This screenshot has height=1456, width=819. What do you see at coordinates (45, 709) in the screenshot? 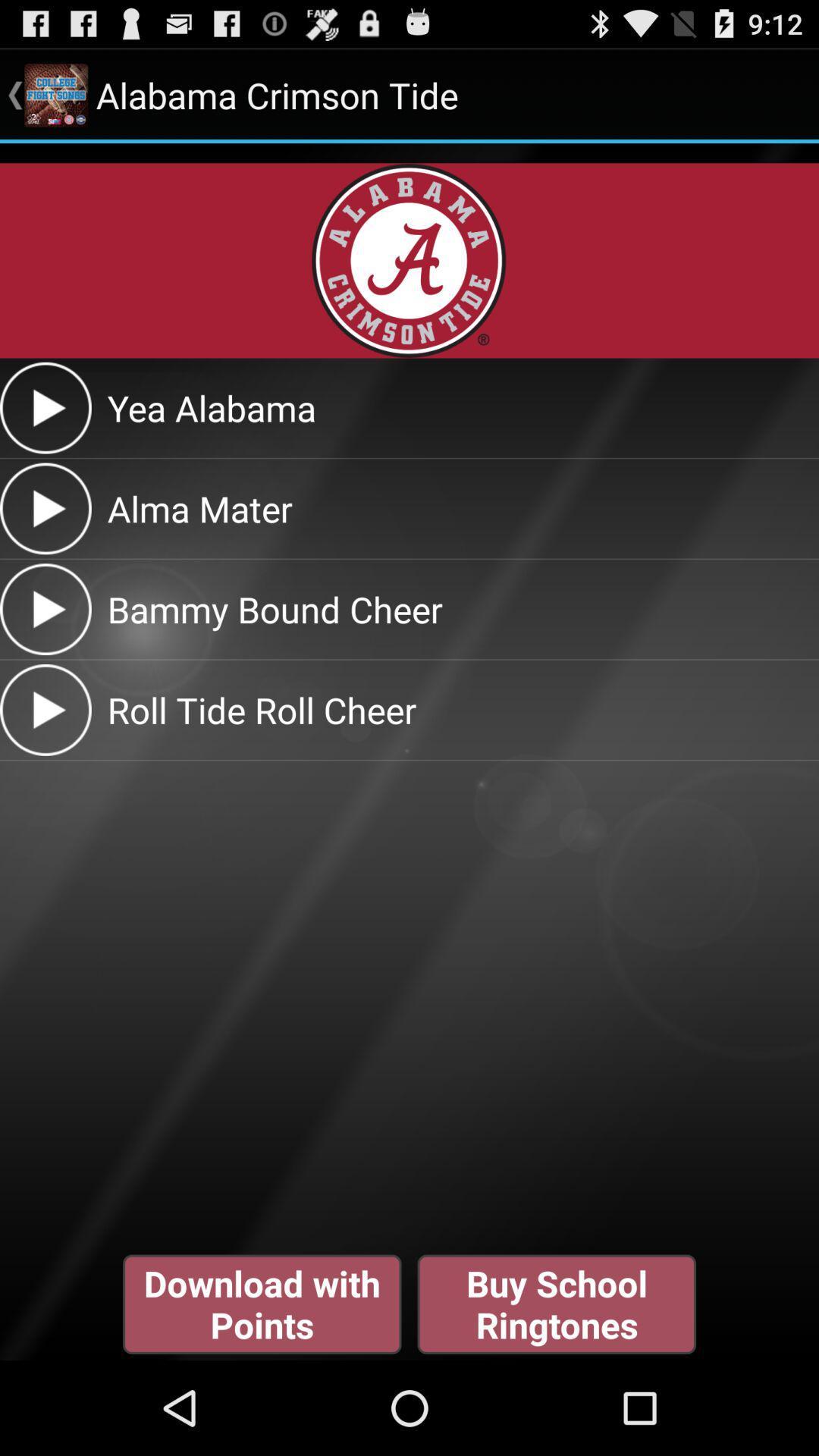
I see `click play button` at bounding box center [45, 709].